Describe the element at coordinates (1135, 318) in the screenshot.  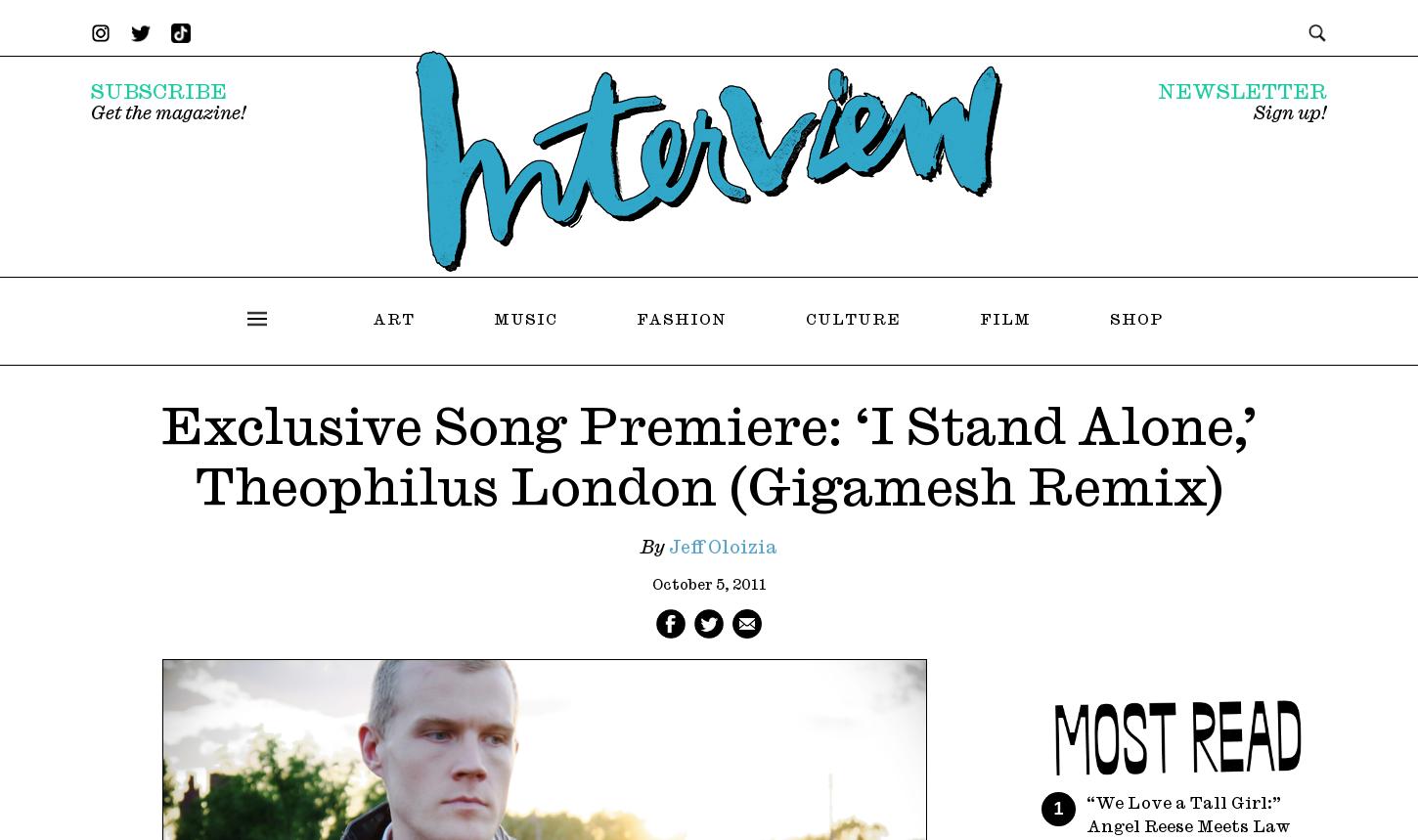
I see `'Shop'` at that location.